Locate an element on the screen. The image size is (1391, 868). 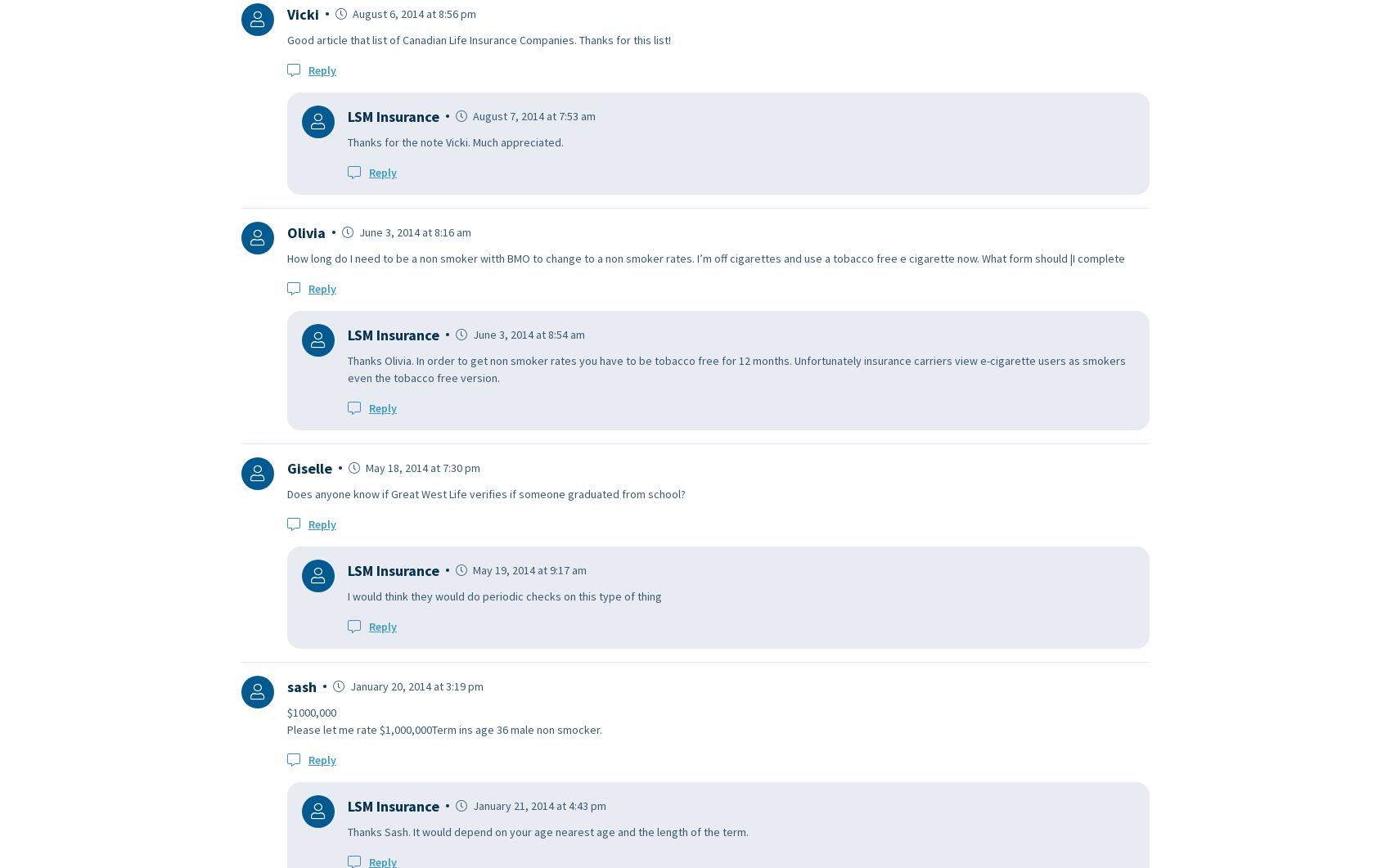
'January 20, 2014 at 3:19 pm' is located at coordinates (348, 685).